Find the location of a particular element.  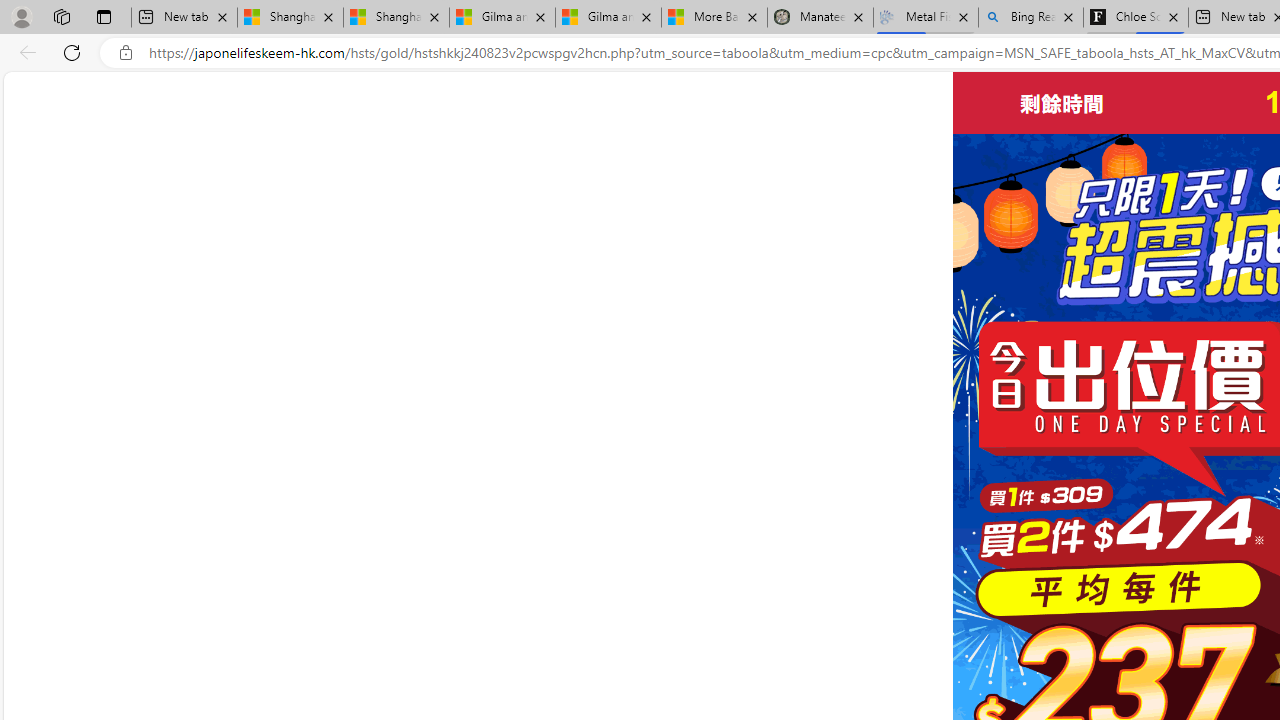

'Manatee Mortality Statistics | FWC' is located at coordinates (820, 17).